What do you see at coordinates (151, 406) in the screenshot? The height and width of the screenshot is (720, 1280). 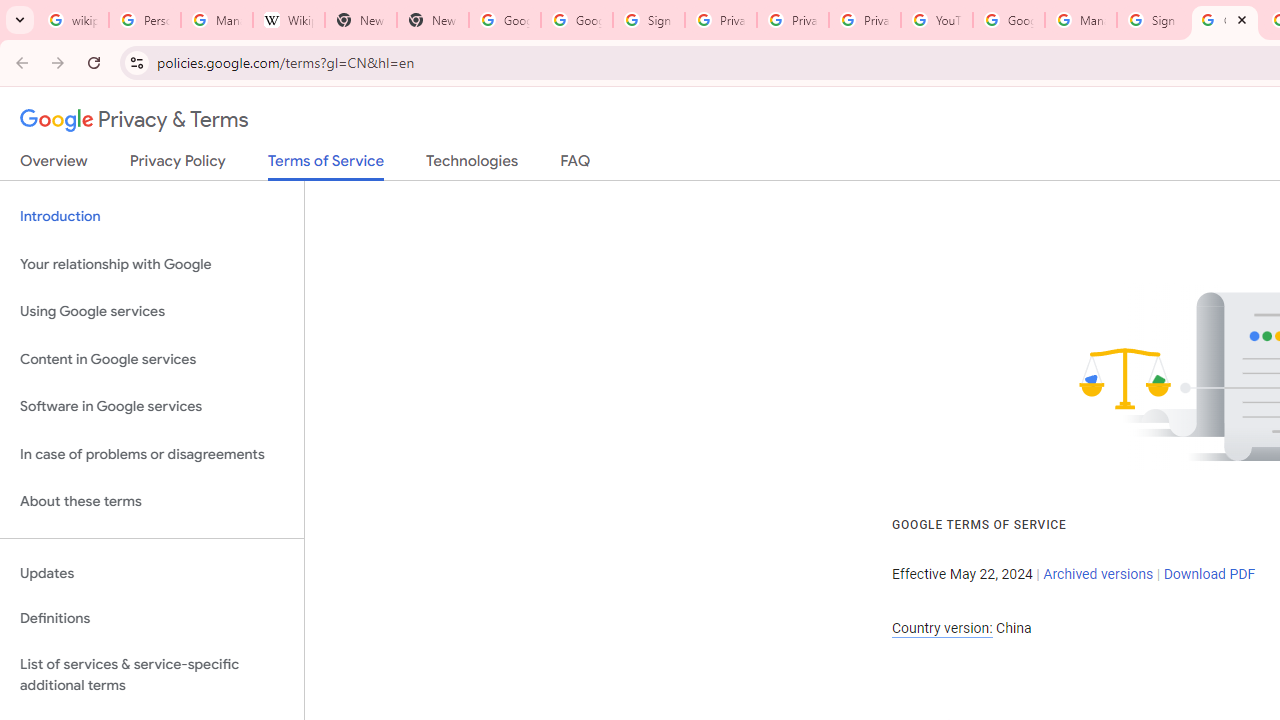 I see `'Software in Google services'` at bounding box center [151, 406].